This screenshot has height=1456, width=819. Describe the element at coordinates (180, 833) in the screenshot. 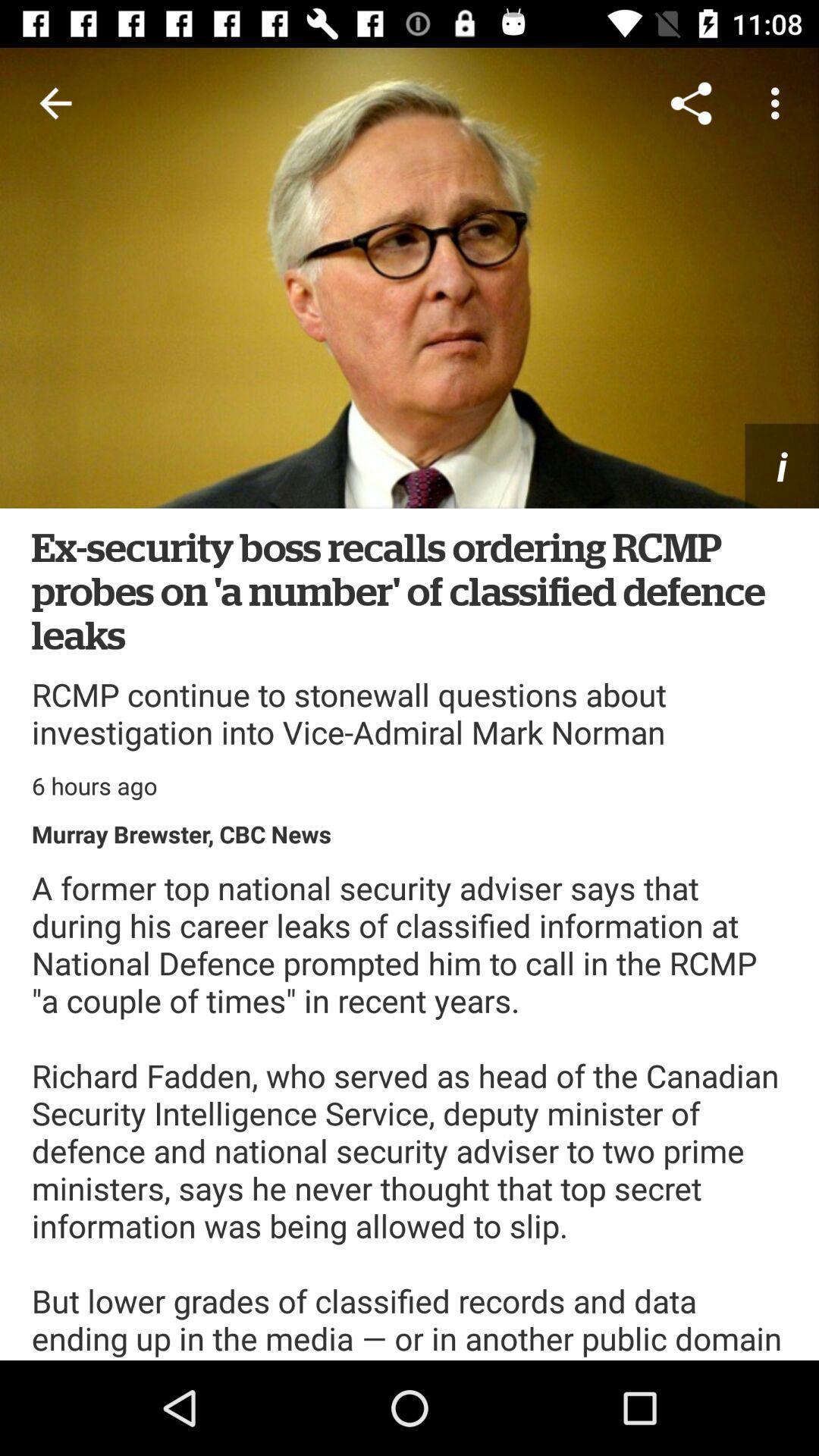

I see `murray brewster cbc item` at that location.